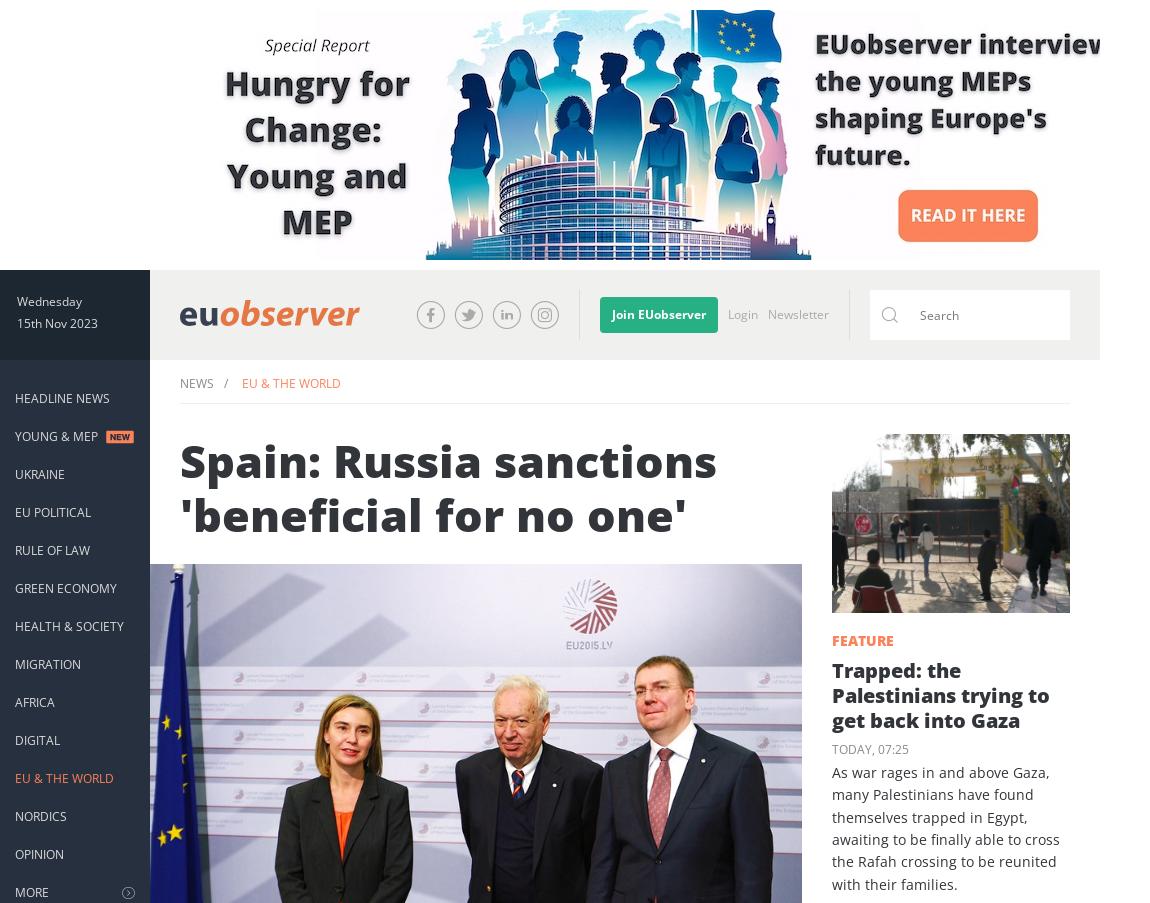  I want to click on 'Health & Society', so click(68, 626).